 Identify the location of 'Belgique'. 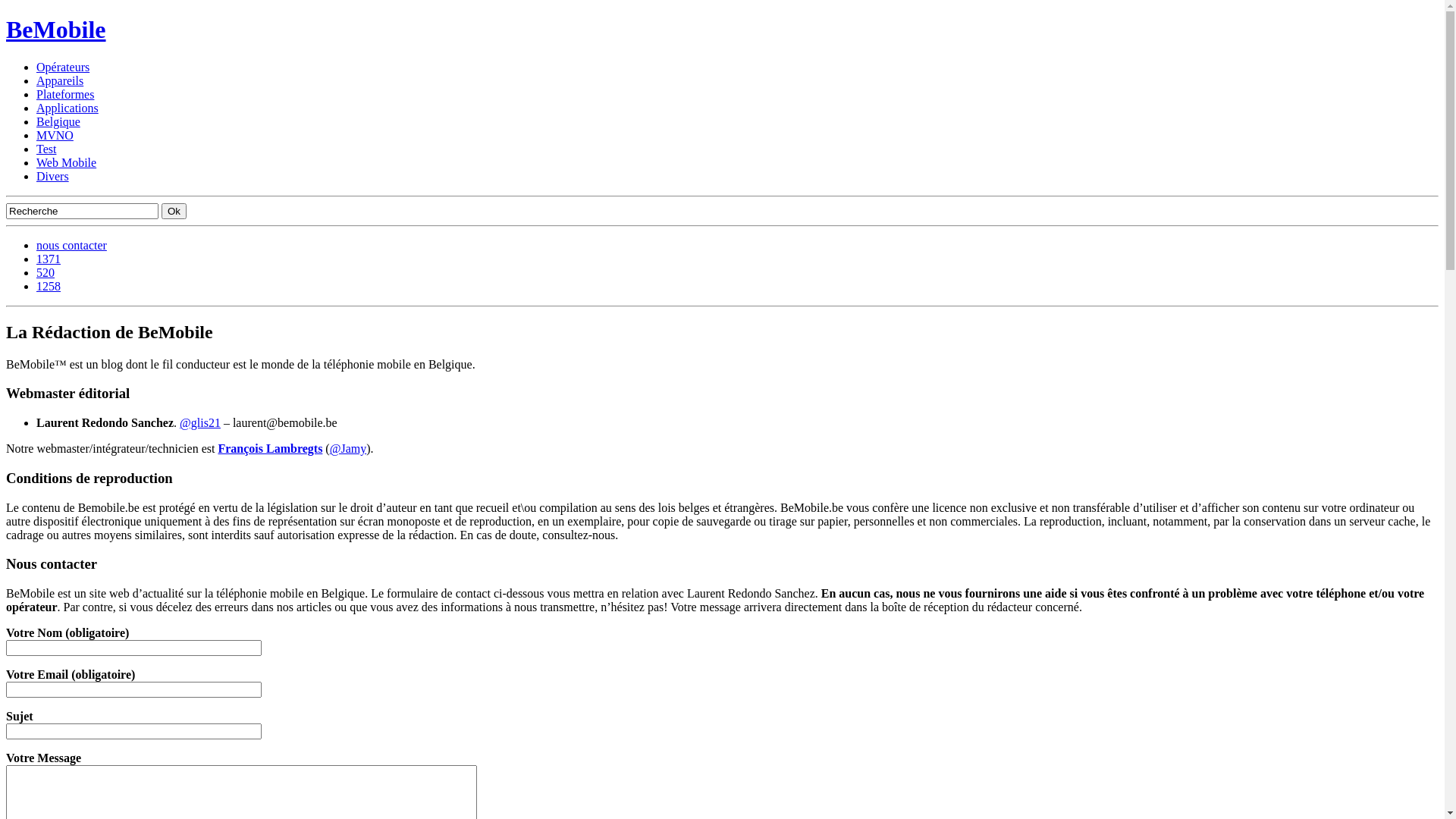
(58, 121).